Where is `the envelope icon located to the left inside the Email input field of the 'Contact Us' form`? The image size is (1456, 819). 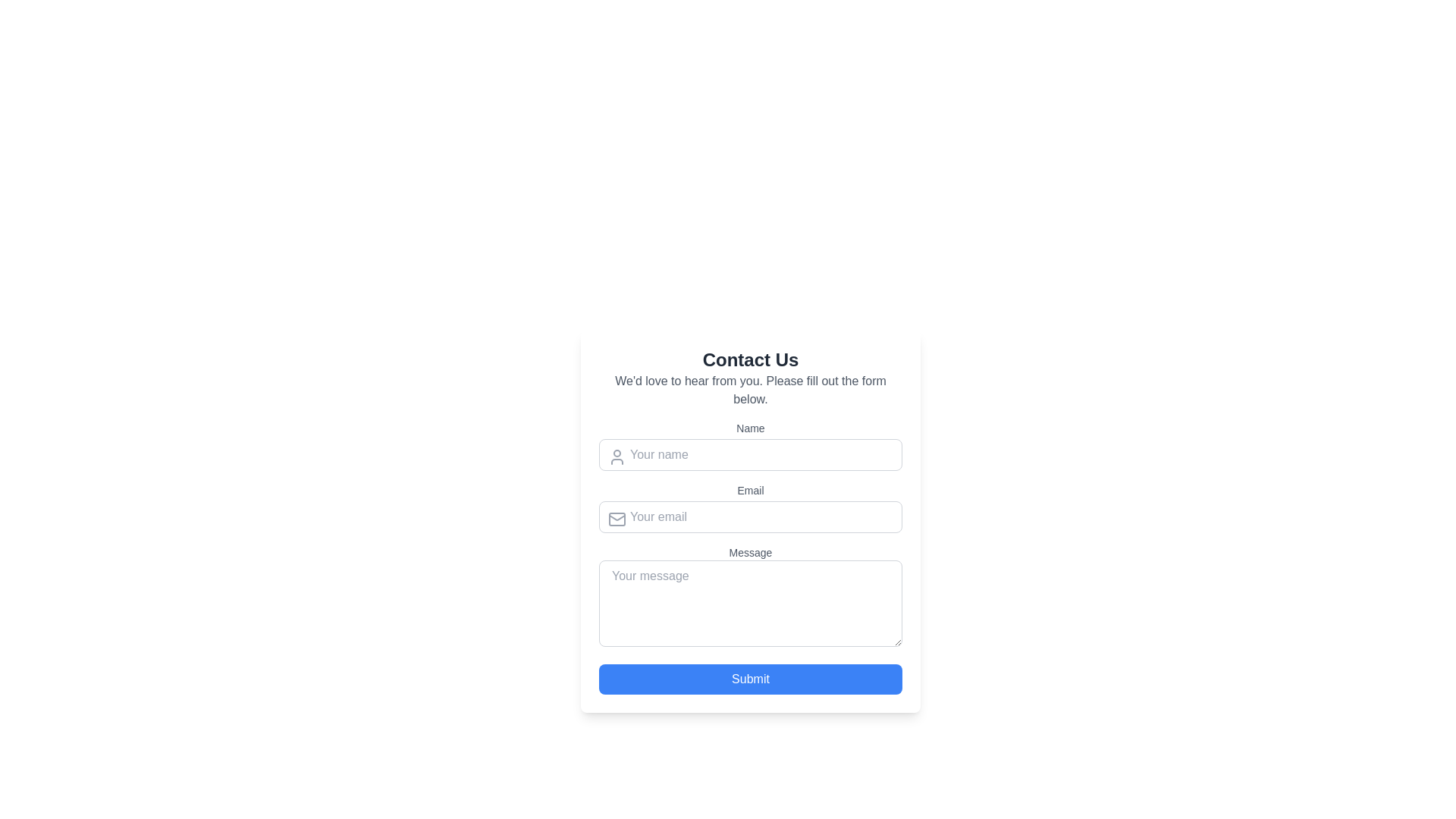
the envelope icon located to the left inside the Email input field of the 'Contact Us' form is located at coordinates (617, 519).